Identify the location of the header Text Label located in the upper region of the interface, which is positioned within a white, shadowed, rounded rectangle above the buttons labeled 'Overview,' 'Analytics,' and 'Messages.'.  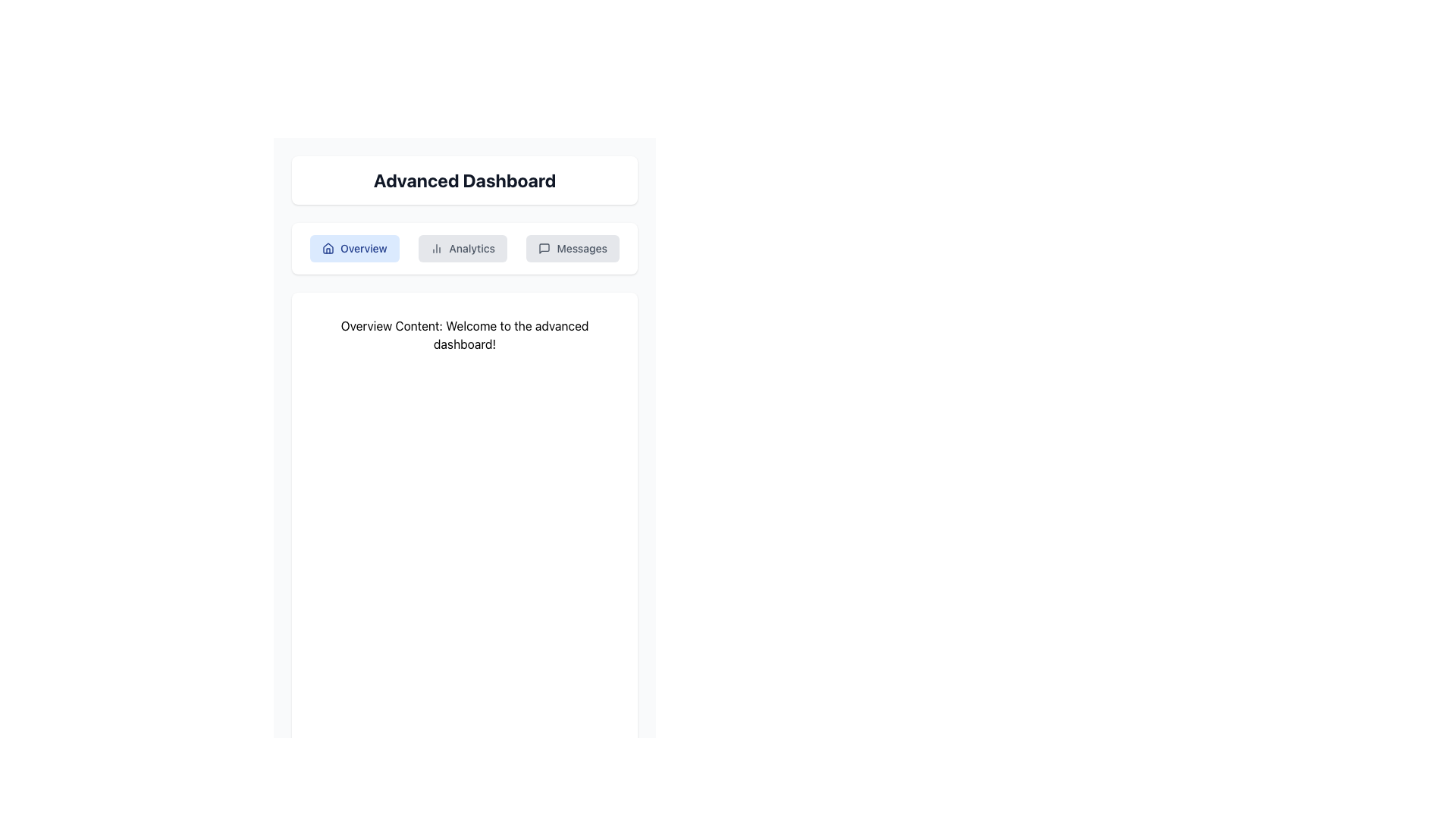
(464, 180).